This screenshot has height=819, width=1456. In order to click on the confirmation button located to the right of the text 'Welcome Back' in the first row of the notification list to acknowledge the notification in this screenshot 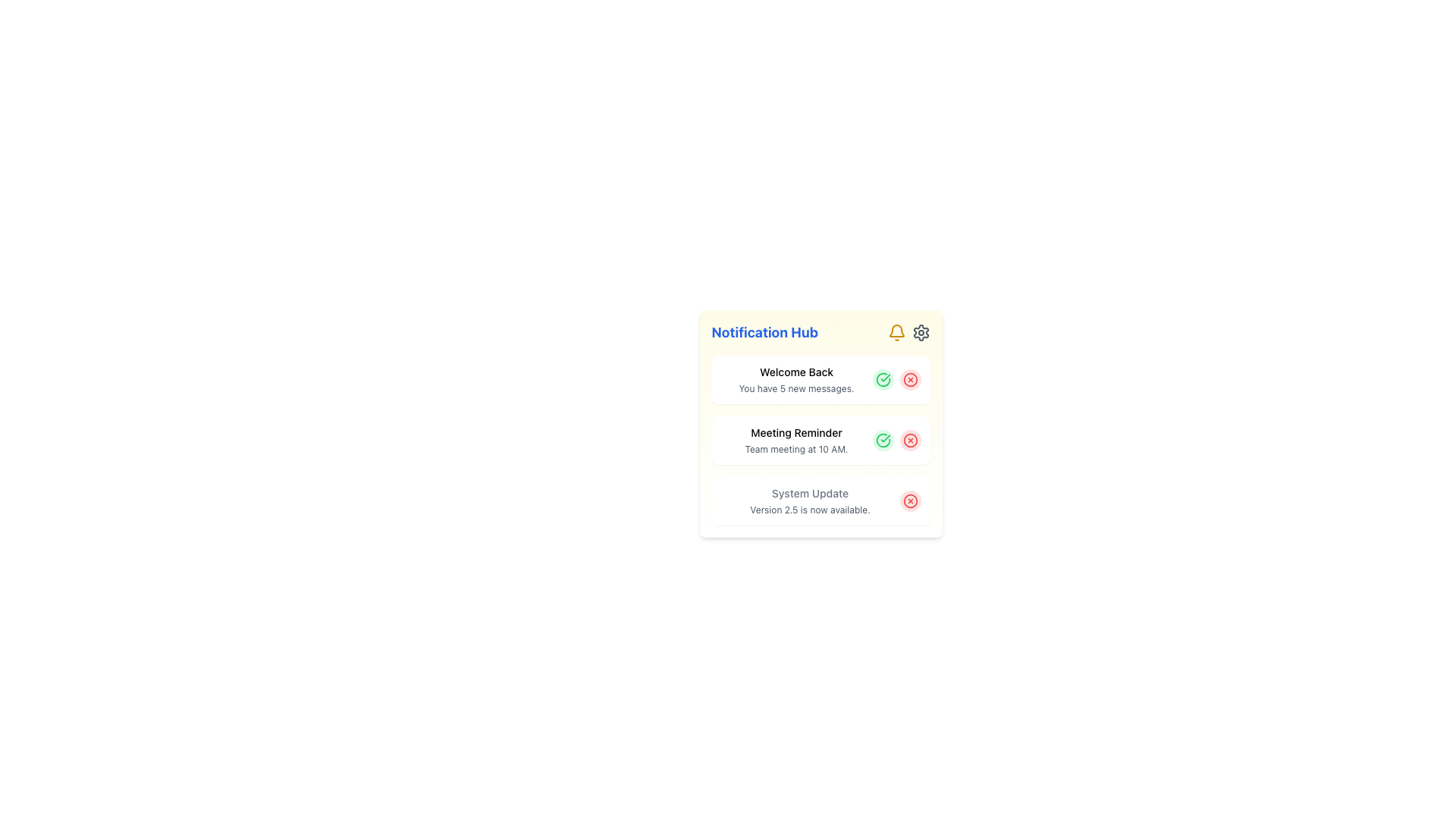, I will do `click(883, 379)`.